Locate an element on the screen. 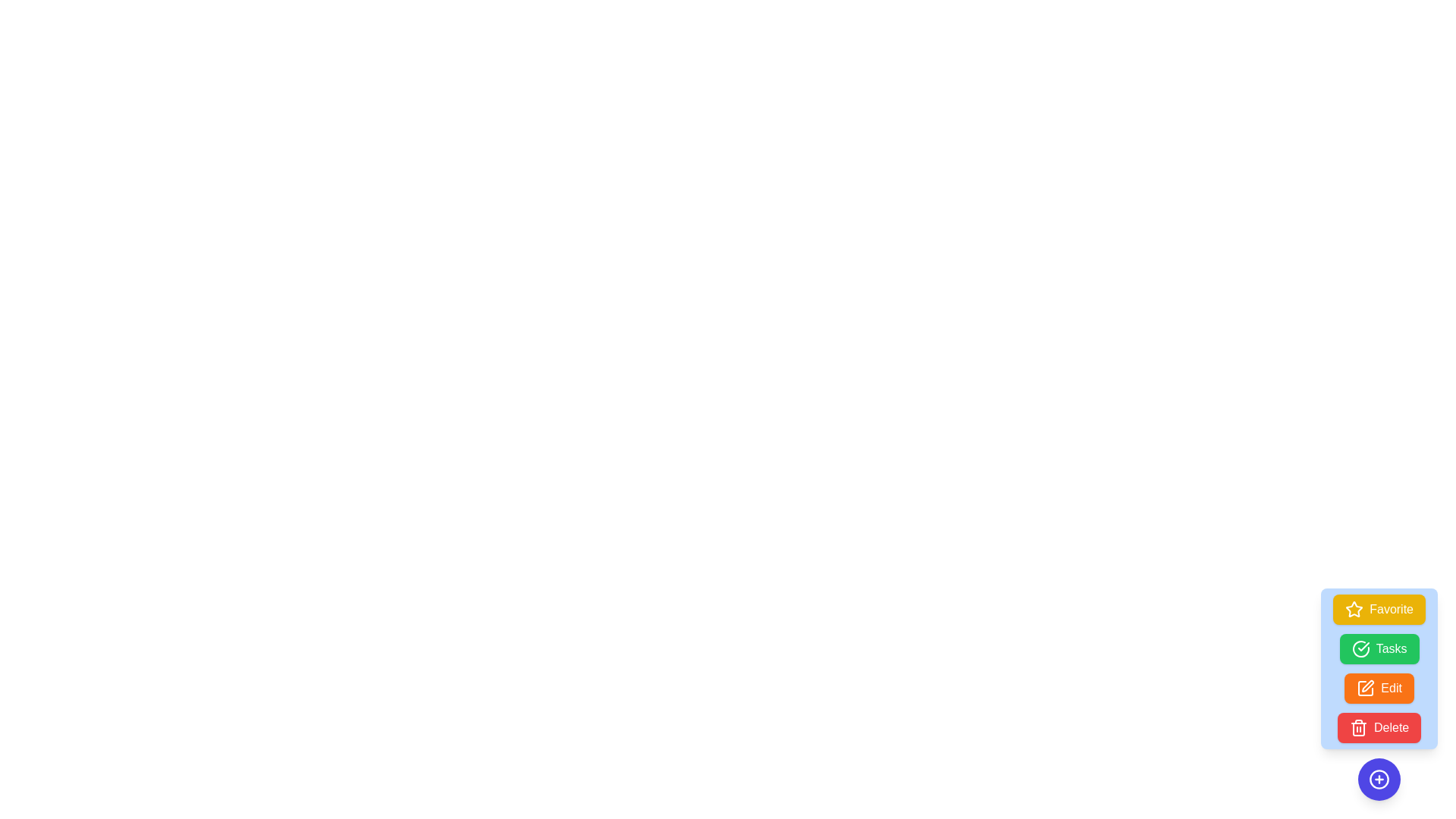 The width and height of the screenshot is (1456, 819). the circular button with a plus sign icon located at the bottom-right corner of the interface is located at coordinates (1379, 780).